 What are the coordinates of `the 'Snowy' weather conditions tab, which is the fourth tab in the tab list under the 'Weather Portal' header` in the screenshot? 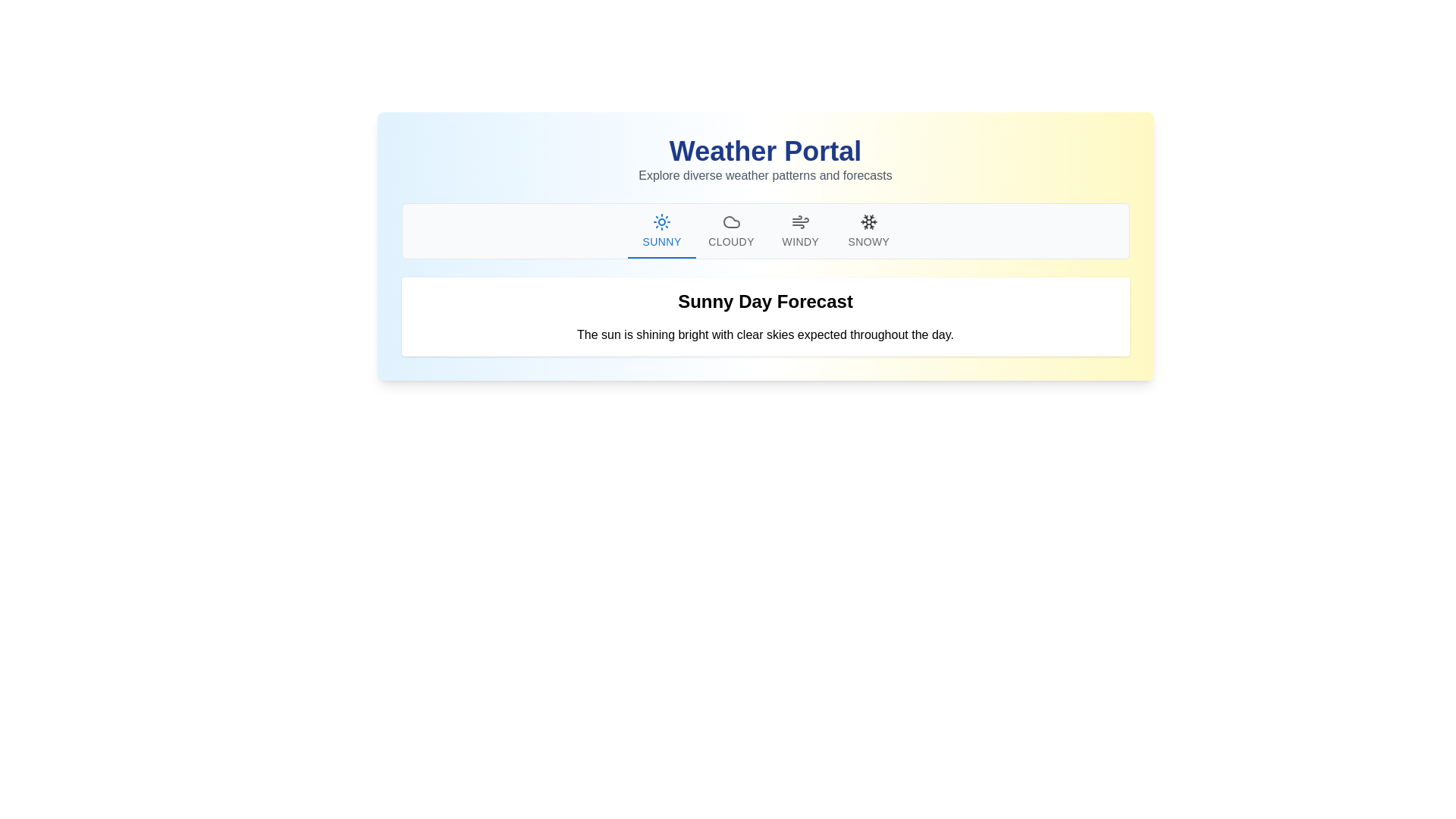 It's located at (868, 231).